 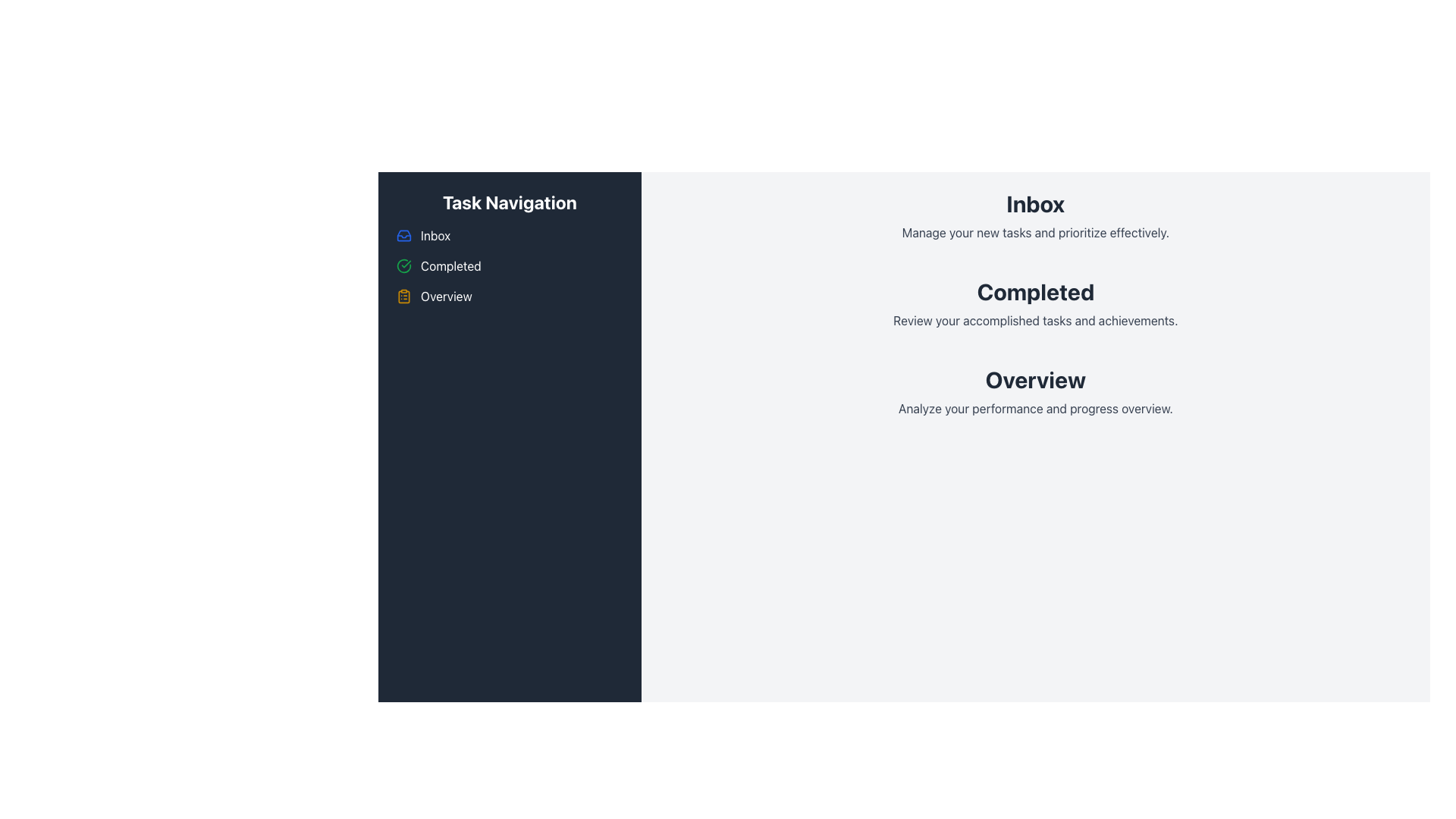 I want to click on the third List navigation item under the 'Task Navigation' menu, so click(x=510, y=296).